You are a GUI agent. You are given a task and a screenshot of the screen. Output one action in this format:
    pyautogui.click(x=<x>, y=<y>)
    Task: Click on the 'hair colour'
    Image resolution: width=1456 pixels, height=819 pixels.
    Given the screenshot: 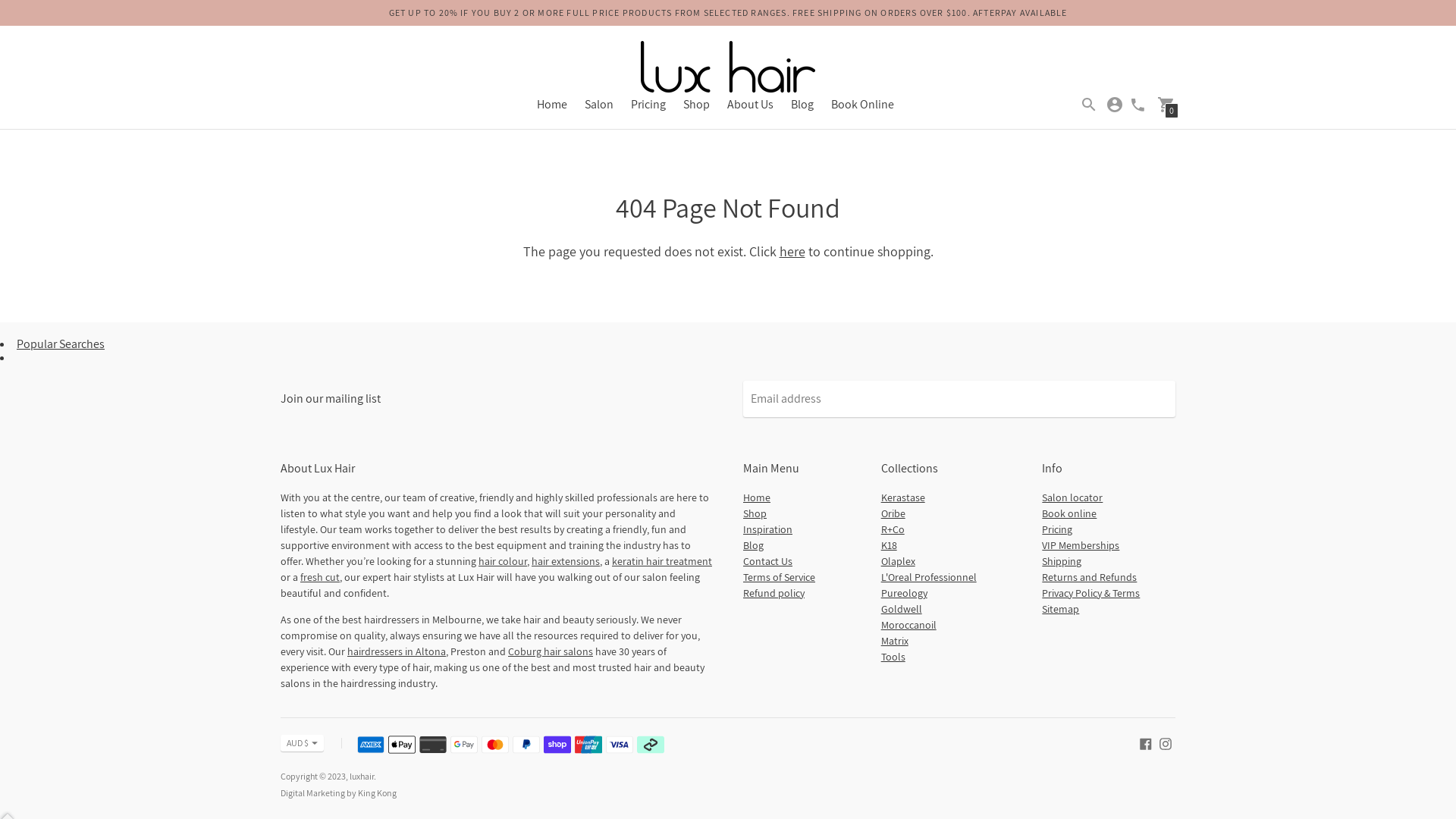 What is the action you would take?
    pyautogui.click(x=502, y=561)
    